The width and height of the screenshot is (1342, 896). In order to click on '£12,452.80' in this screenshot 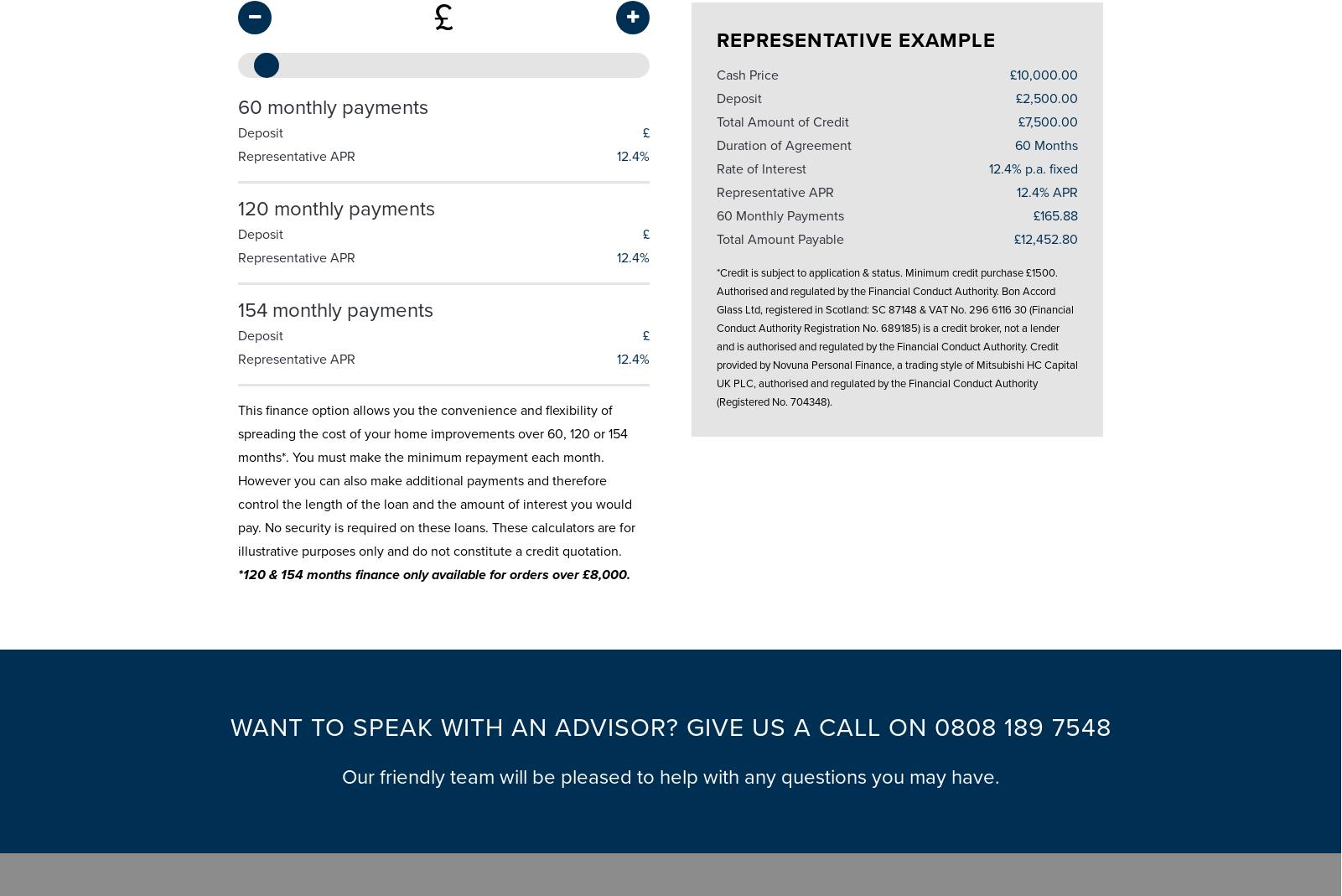, I will do `click(1045, 230)`.